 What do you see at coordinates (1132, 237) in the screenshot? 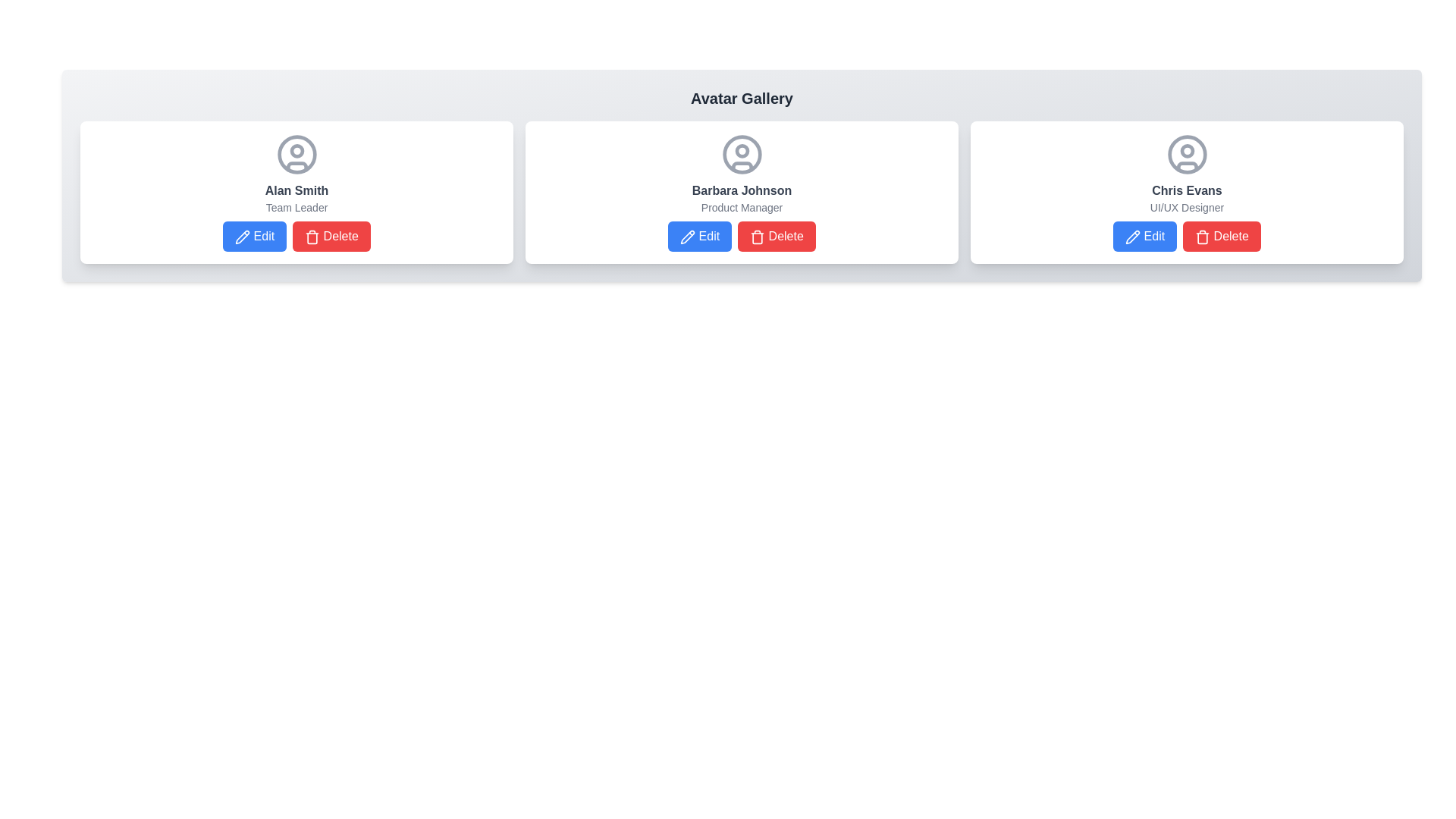
I see `the edit icon on the blue 'Edit' button next to the red 'Delete' button for the card corresponding to 'Chris Evans' in the 'Avatar Gallery' section to initiate the edit action` at bounding box center [1132, 237].